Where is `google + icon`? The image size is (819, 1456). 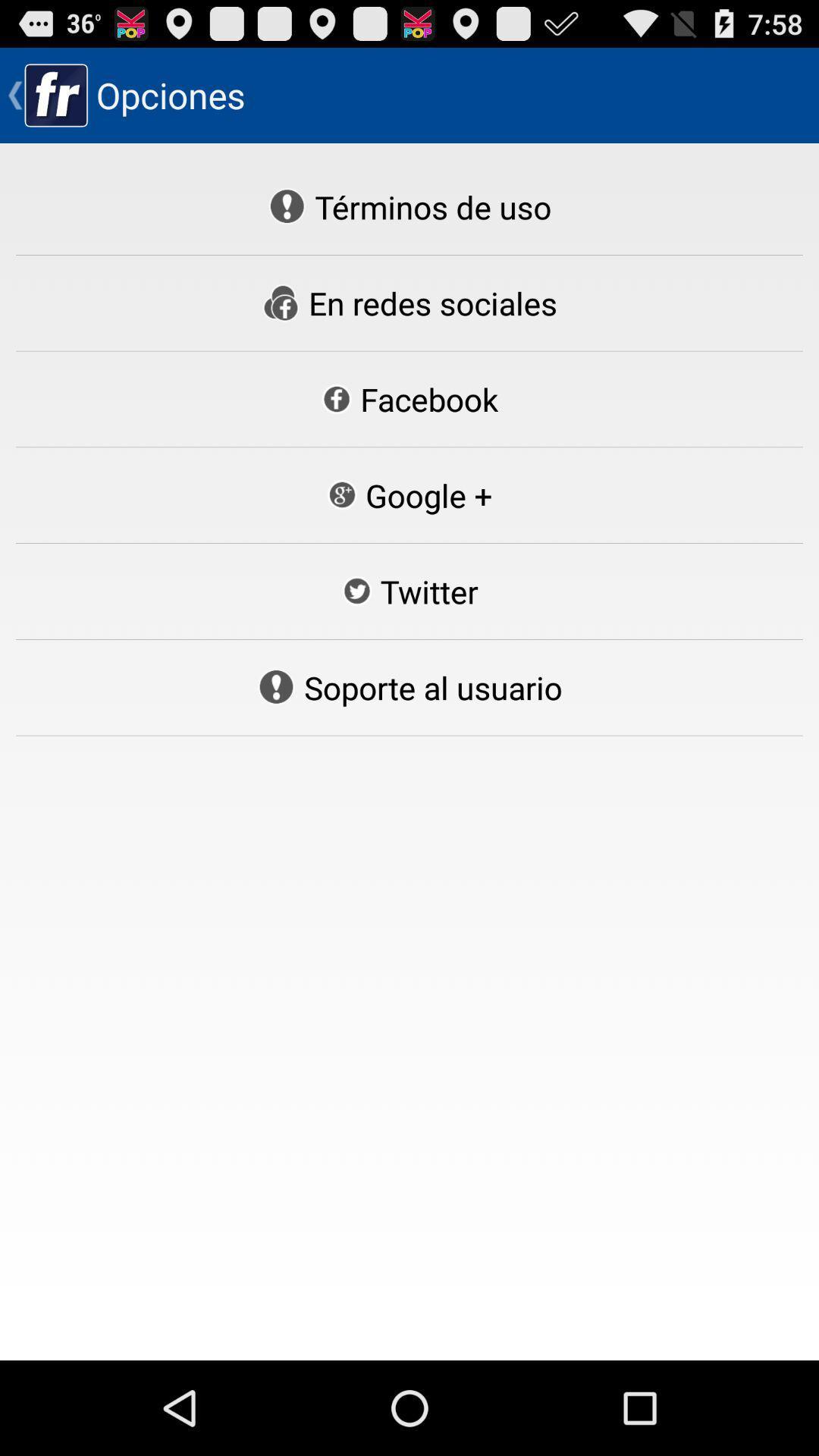 google + icon is located at coordinates (408, 495).